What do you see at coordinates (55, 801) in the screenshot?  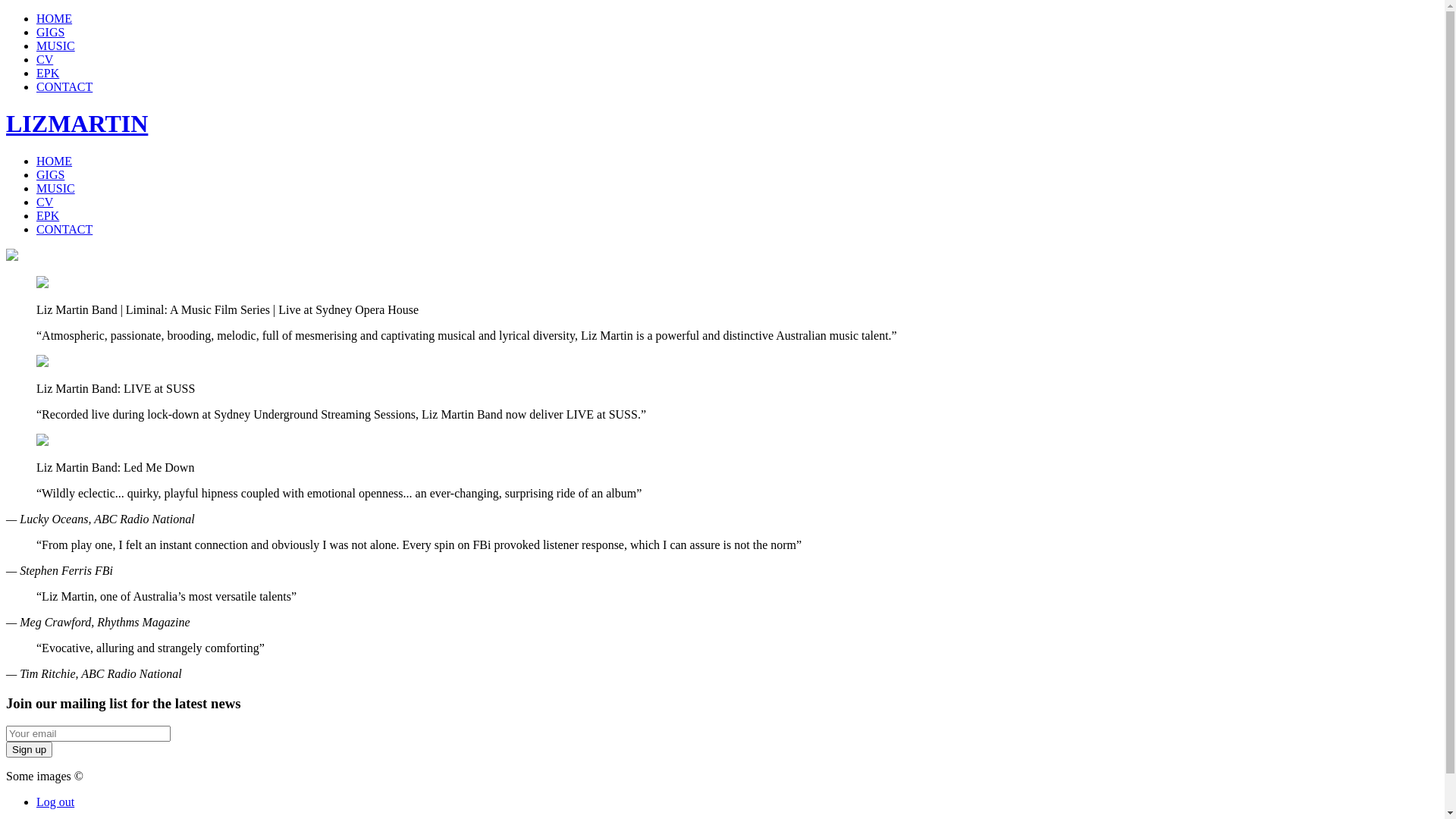 I see `'Log out'` at bounding box center [55, 801].